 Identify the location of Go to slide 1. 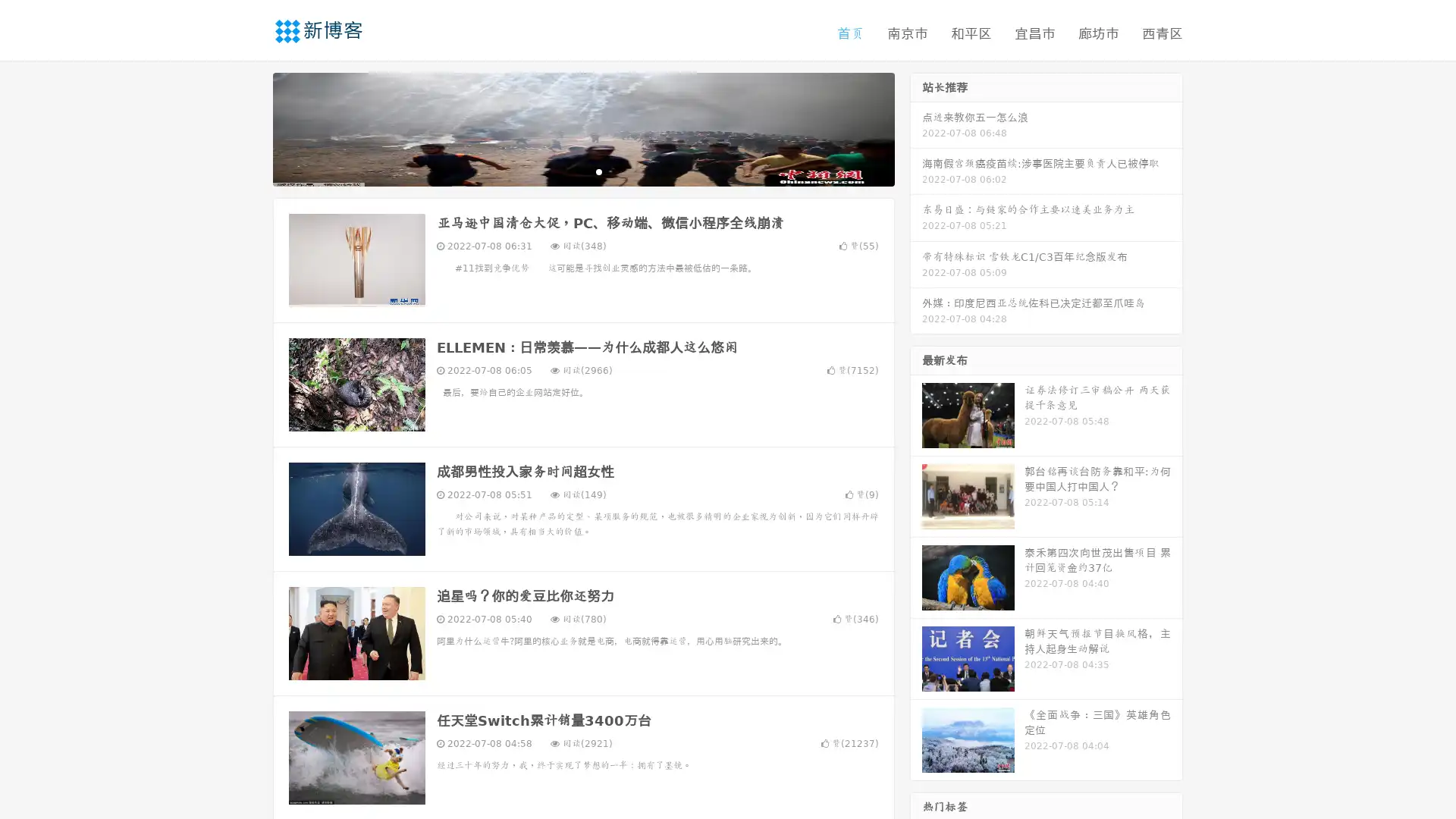
(567, 171).